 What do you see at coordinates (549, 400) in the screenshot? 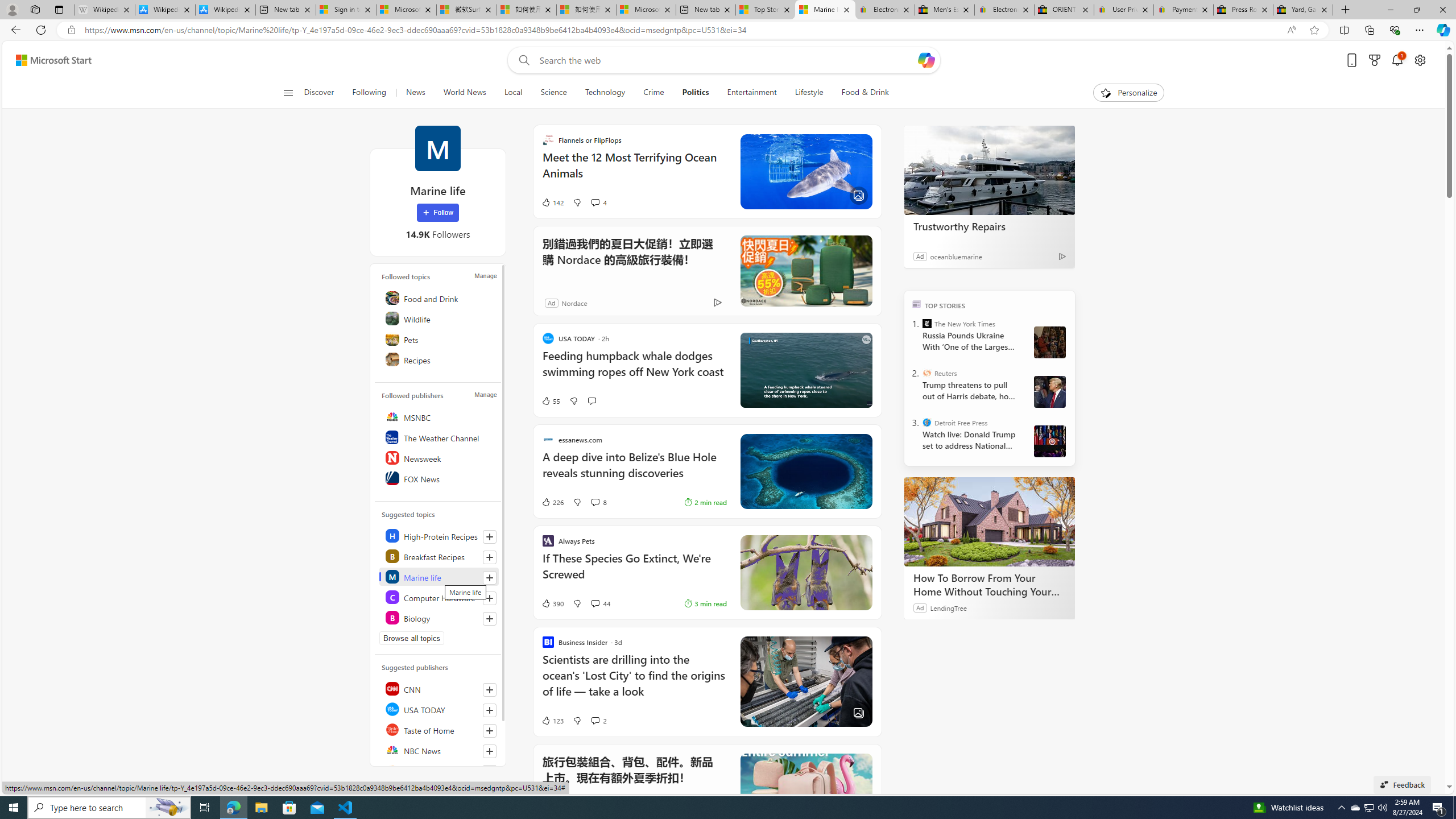
I see `'55 Like'` at bounding box center [549, 400].